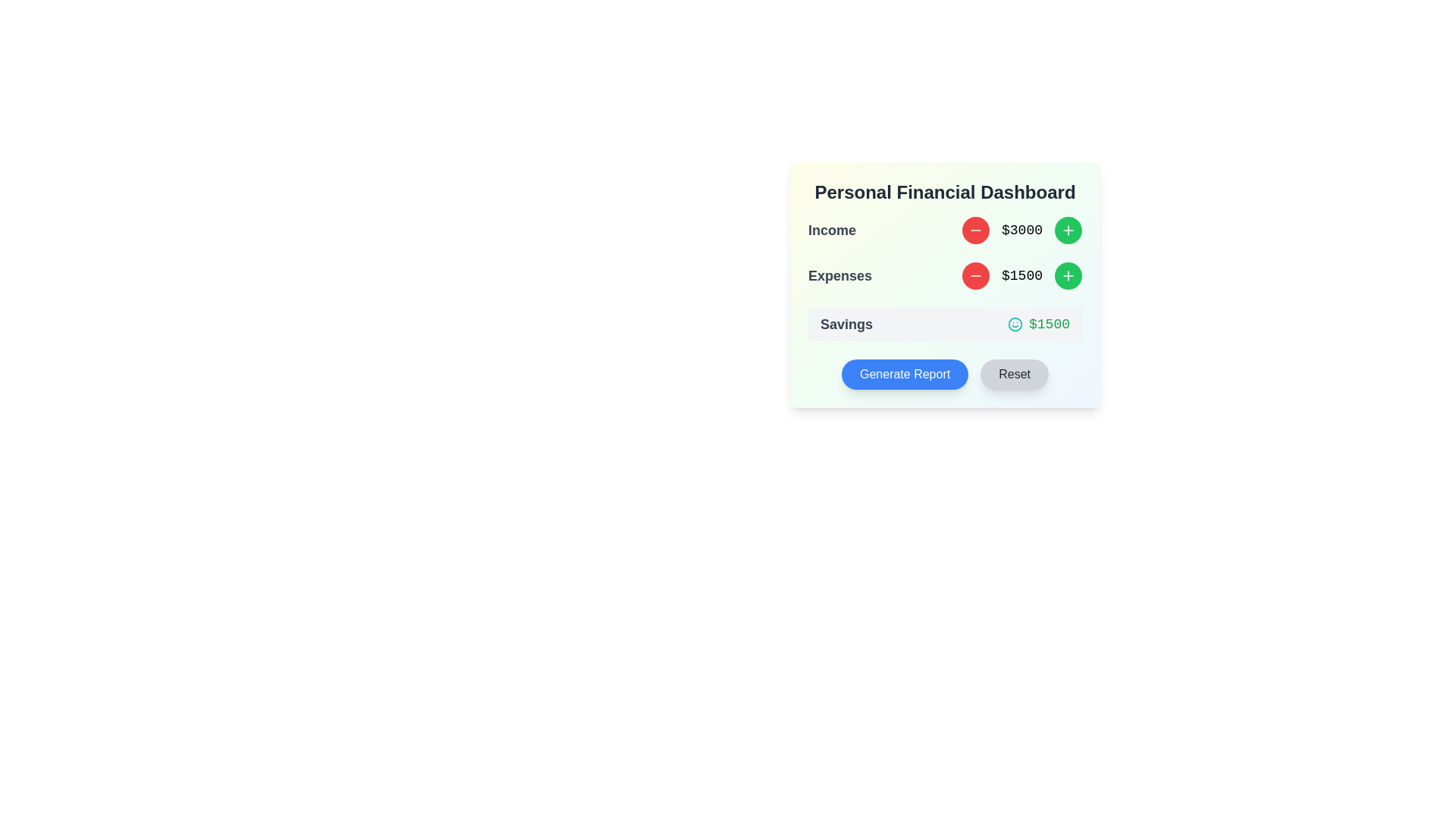 This screenshot has width=1456, height=819. What do you see at coordinates (1022, 231) in the screenshot?
I see `the text component displaying the value '$3000', which is flanked by a red circular button on the left and a green circular button on the right` at bounding box center [1022, 231].